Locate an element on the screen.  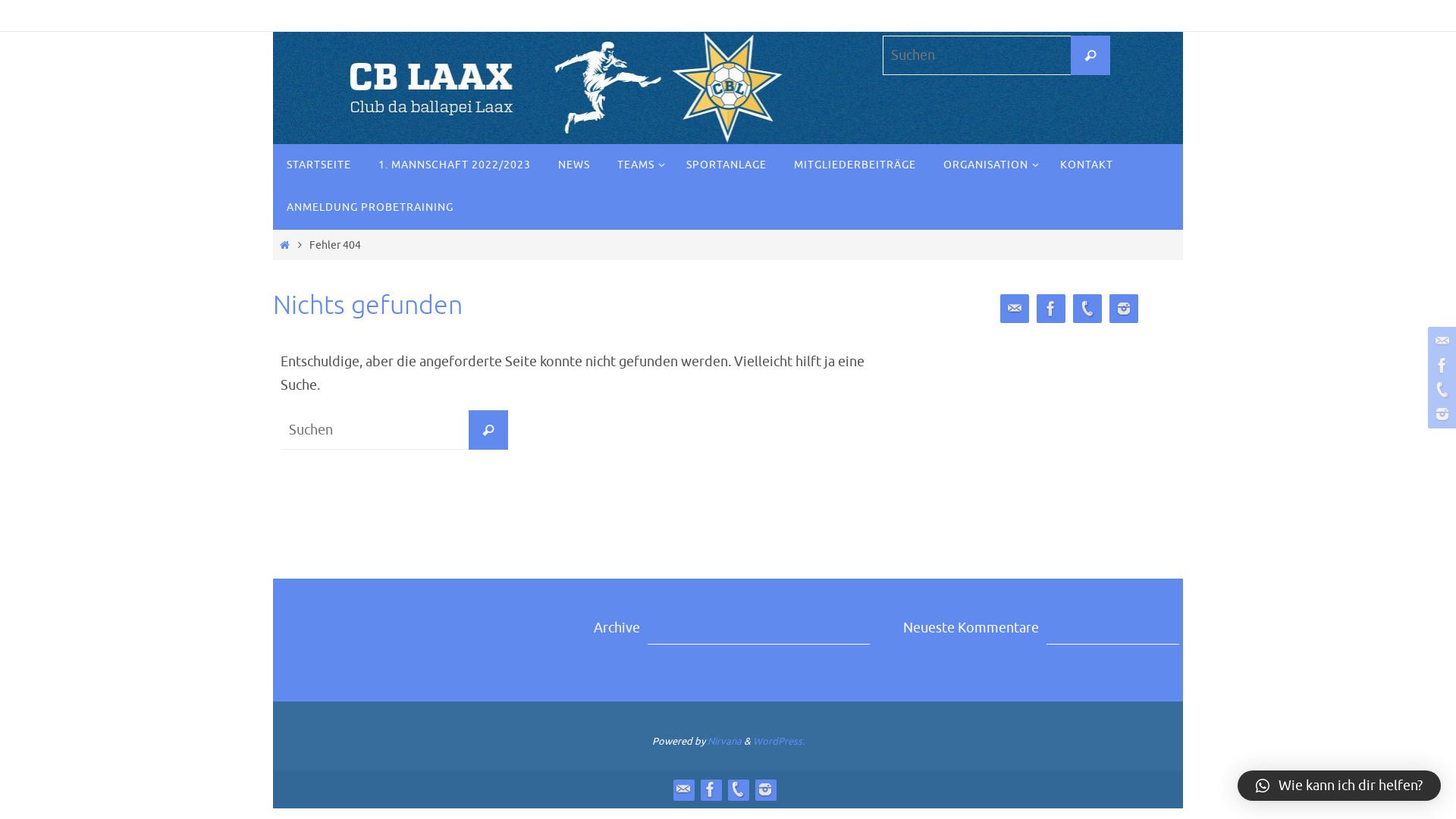
'SPORTANLAGE' is located at coordinates (726, 165).